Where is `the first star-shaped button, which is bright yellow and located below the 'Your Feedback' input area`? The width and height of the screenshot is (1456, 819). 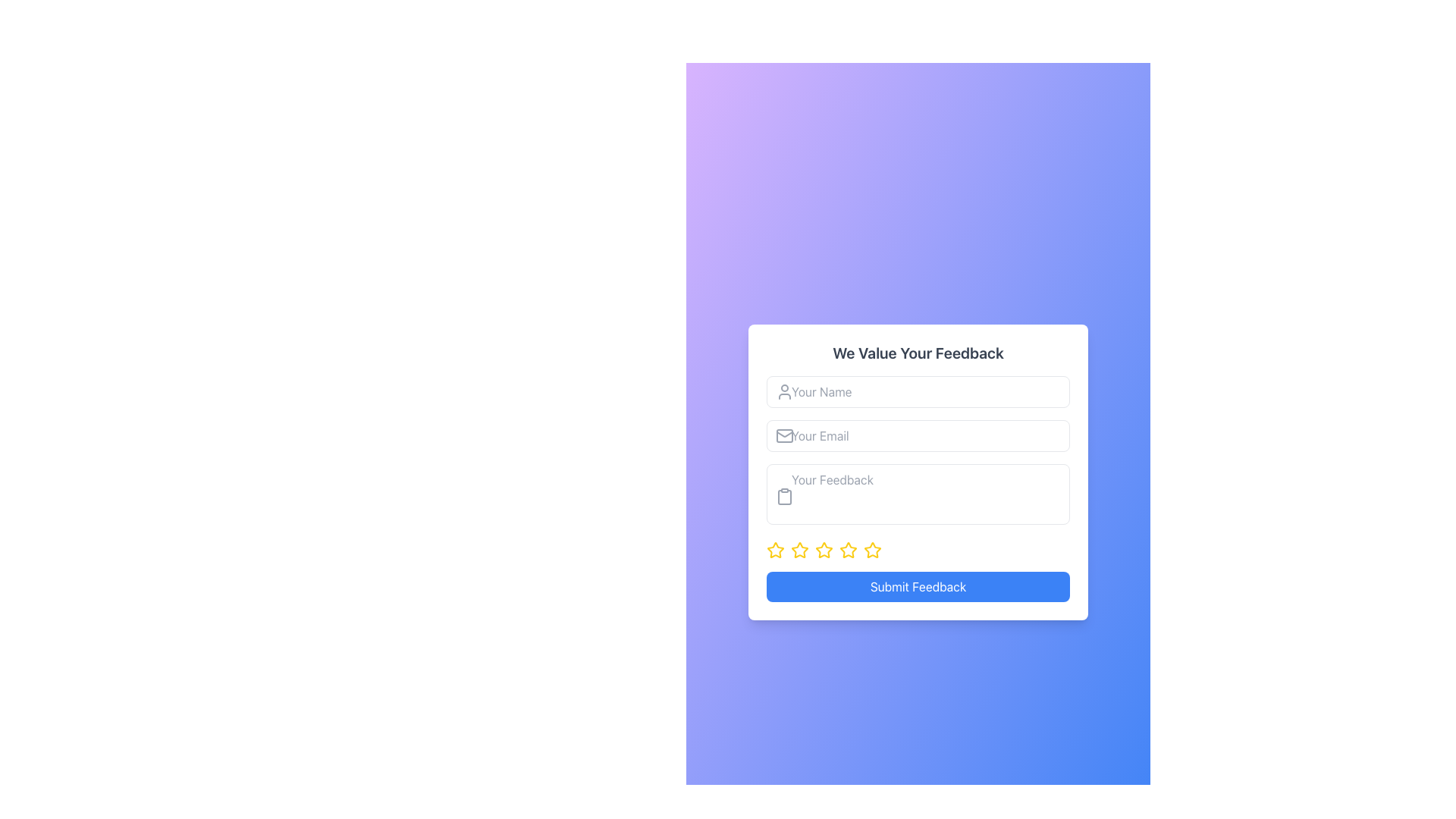
the first star-shaped button, which is bright yellow and located below the 'Your Feedback' input area is located at coordinates (775, 550).